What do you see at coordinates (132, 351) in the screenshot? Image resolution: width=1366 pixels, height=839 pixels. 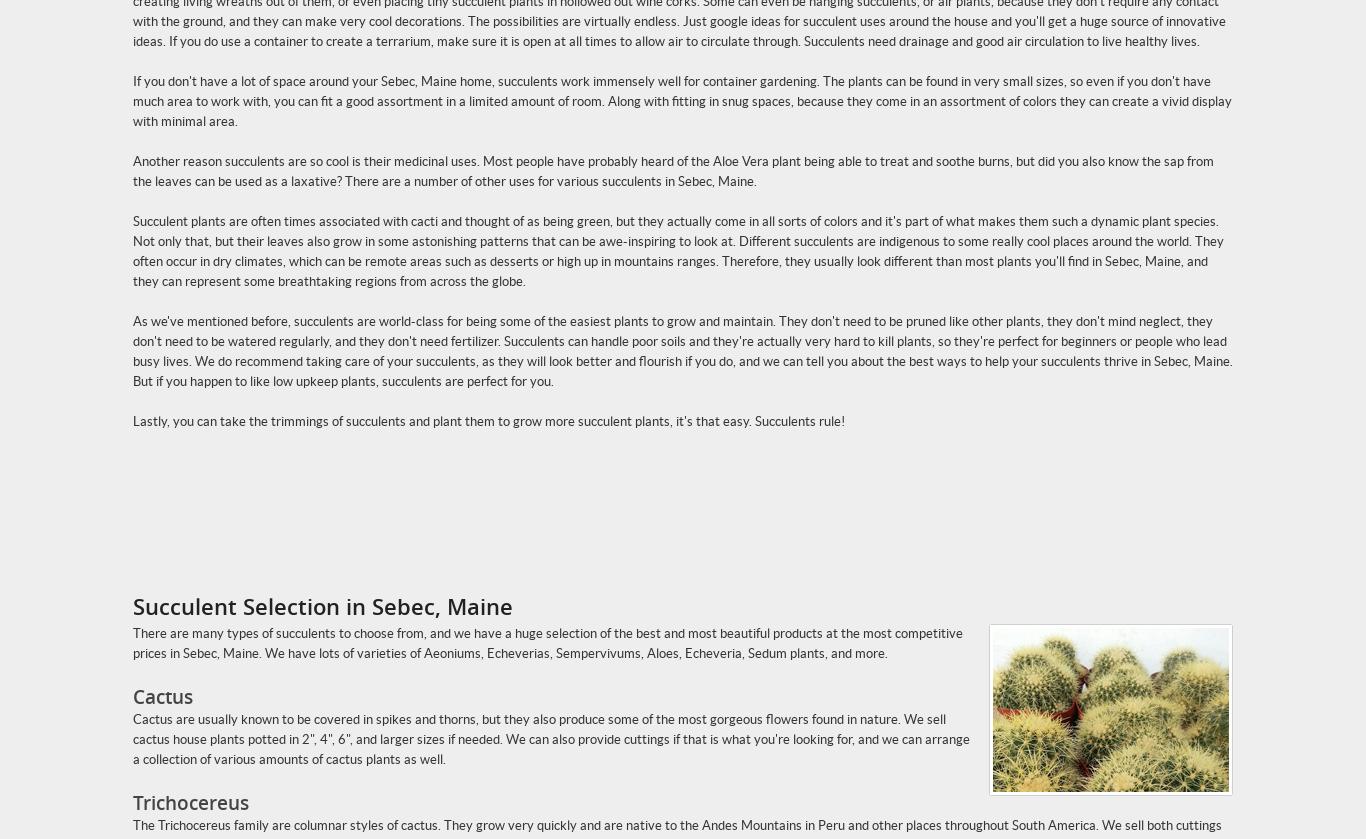 I see `'As we've mentioned before, succulents are world-class for being some of the easiest plants to grow and maintain. They don't need to be pruned like other plants, they don't mind neglect, they don't need to be watered regularly, and they don't need fertilizer. Succulents can handle poor soils and they're actually very hard to kill plants, so they're perfect for beginners or people who lead busy lives. We do recommend taking care of your succulents, as they will look better and flourish if you do, and we can tell you about the best ways to help your succulents thrive in Sebec, Maine. But if you happen to like low upkeep plants, succulents are perfect for you.'` at bounding box center [132, 351].